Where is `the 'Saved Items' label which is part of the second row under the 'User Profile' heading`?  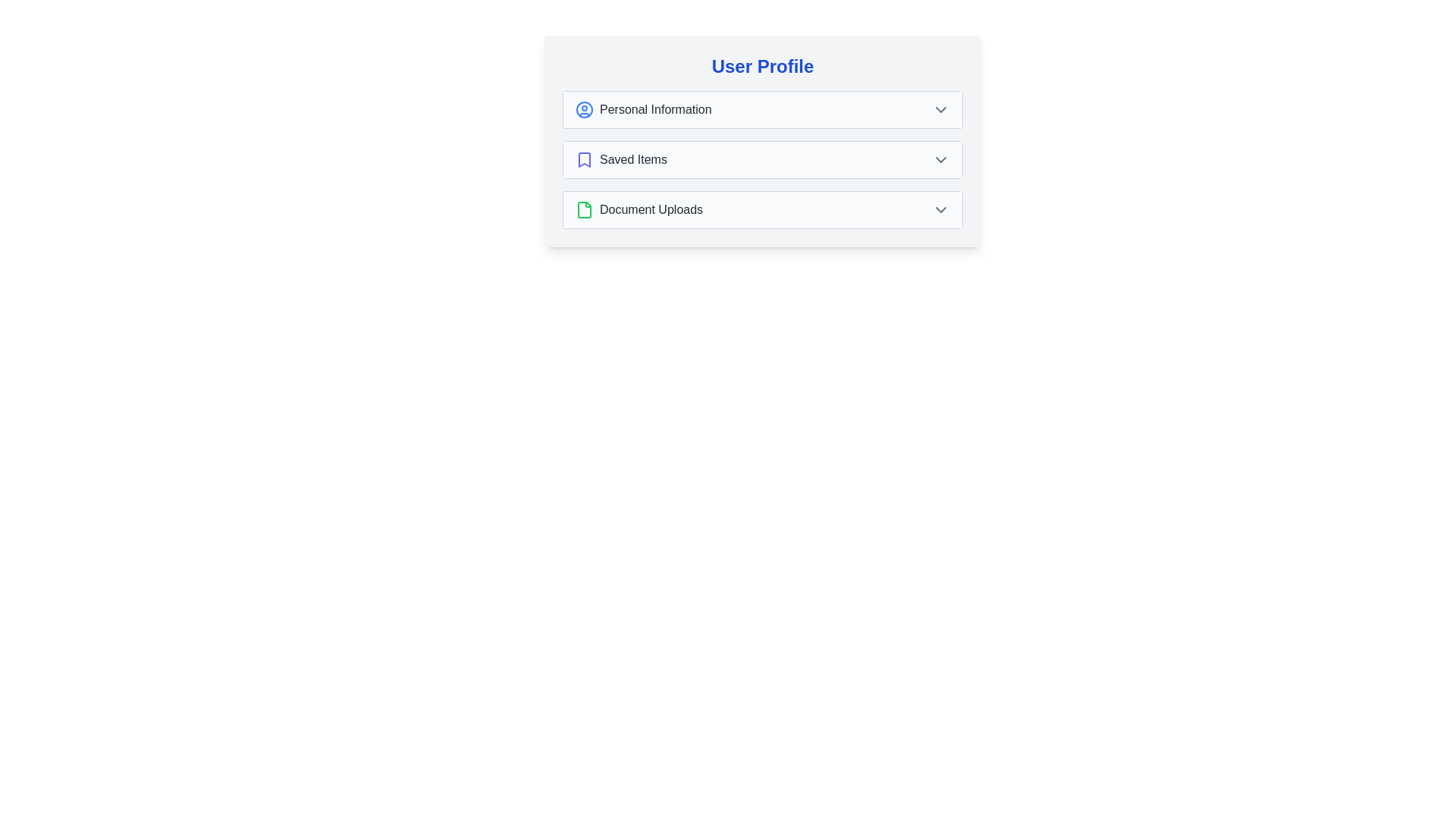 the 'Saved Items' label which is part of the second row under the 'User Profile' heading is located at coordinates (633, 160).